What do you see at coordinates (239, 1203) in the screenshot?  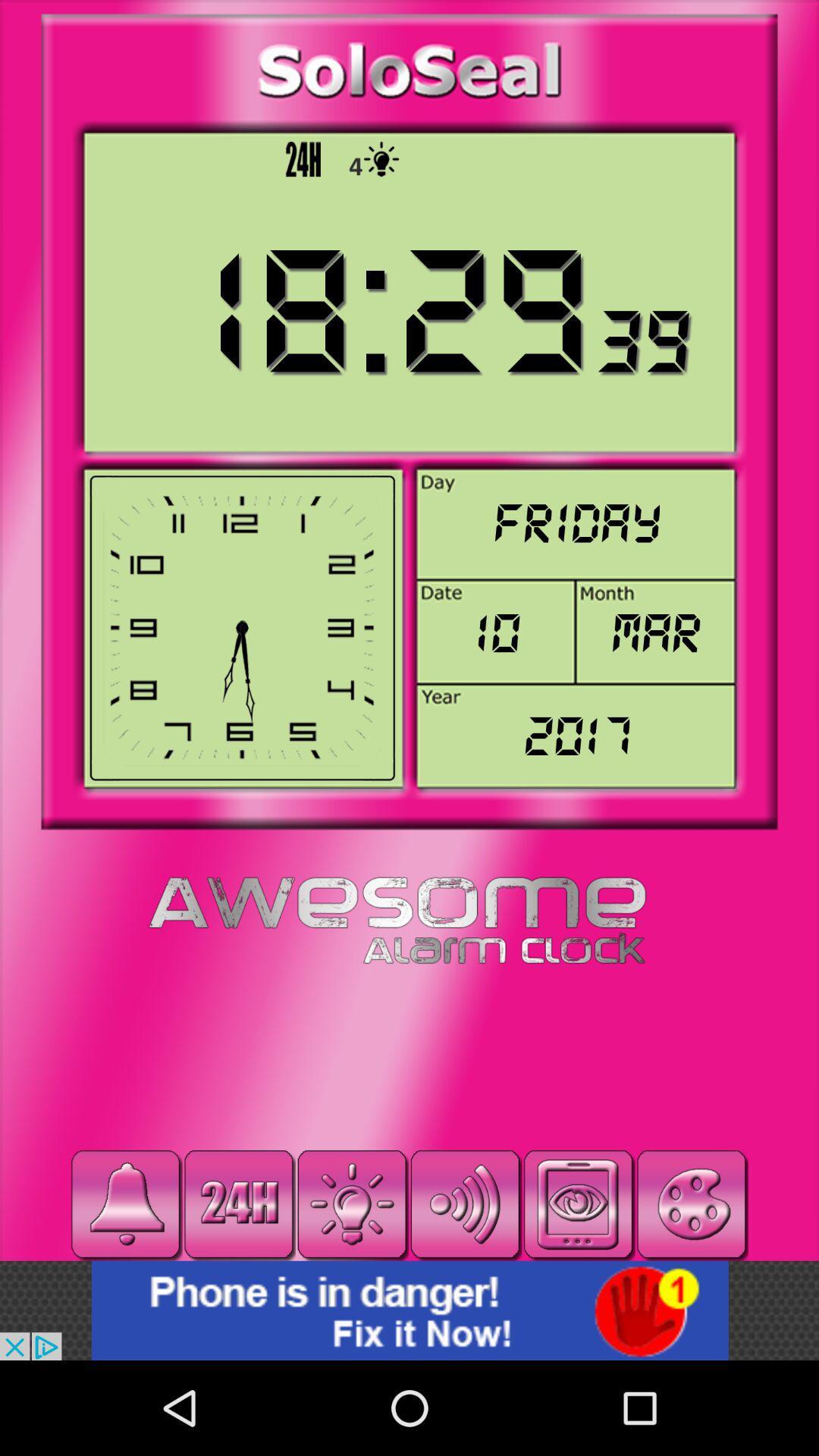 I see `time format` at bounding box center [239, 1203].